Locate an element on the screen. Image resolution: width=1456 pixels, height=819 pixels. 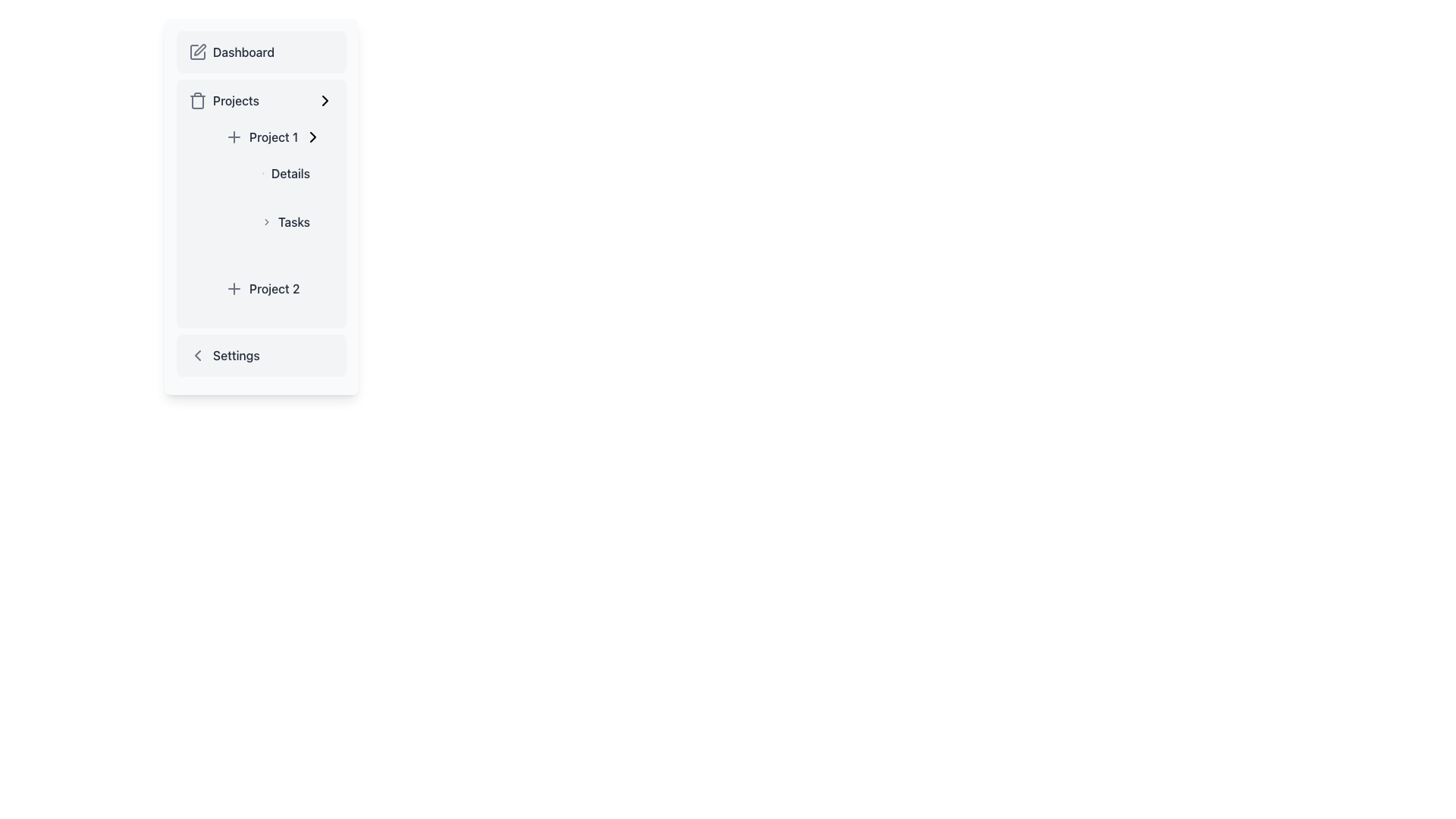
the text label for navigating to tasks related to 'Project 1' located in the Projects section of the left-hand navigation panel is located at coordinates (294, 222).